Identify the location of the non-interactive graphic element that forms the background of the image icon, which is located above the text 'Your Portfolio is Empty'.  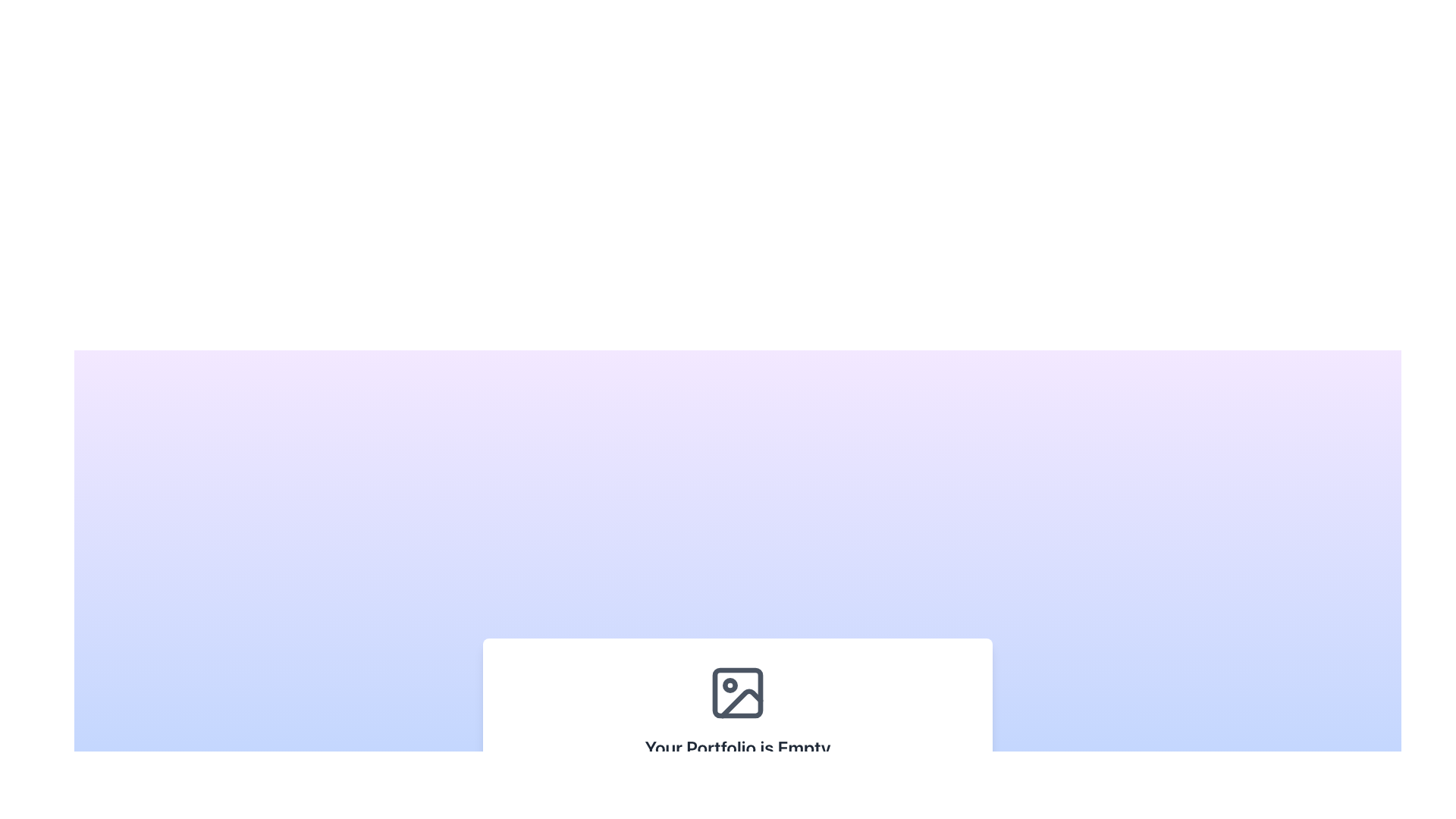
(738, 693).